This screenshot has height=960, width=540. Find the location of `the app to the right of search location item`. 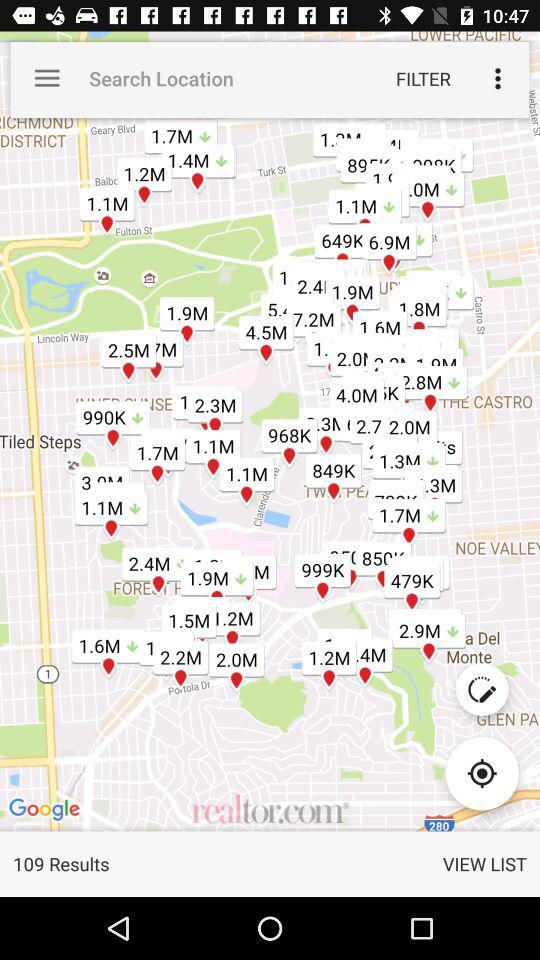

the app to the right of search location item is located at coordinates (422, 78).